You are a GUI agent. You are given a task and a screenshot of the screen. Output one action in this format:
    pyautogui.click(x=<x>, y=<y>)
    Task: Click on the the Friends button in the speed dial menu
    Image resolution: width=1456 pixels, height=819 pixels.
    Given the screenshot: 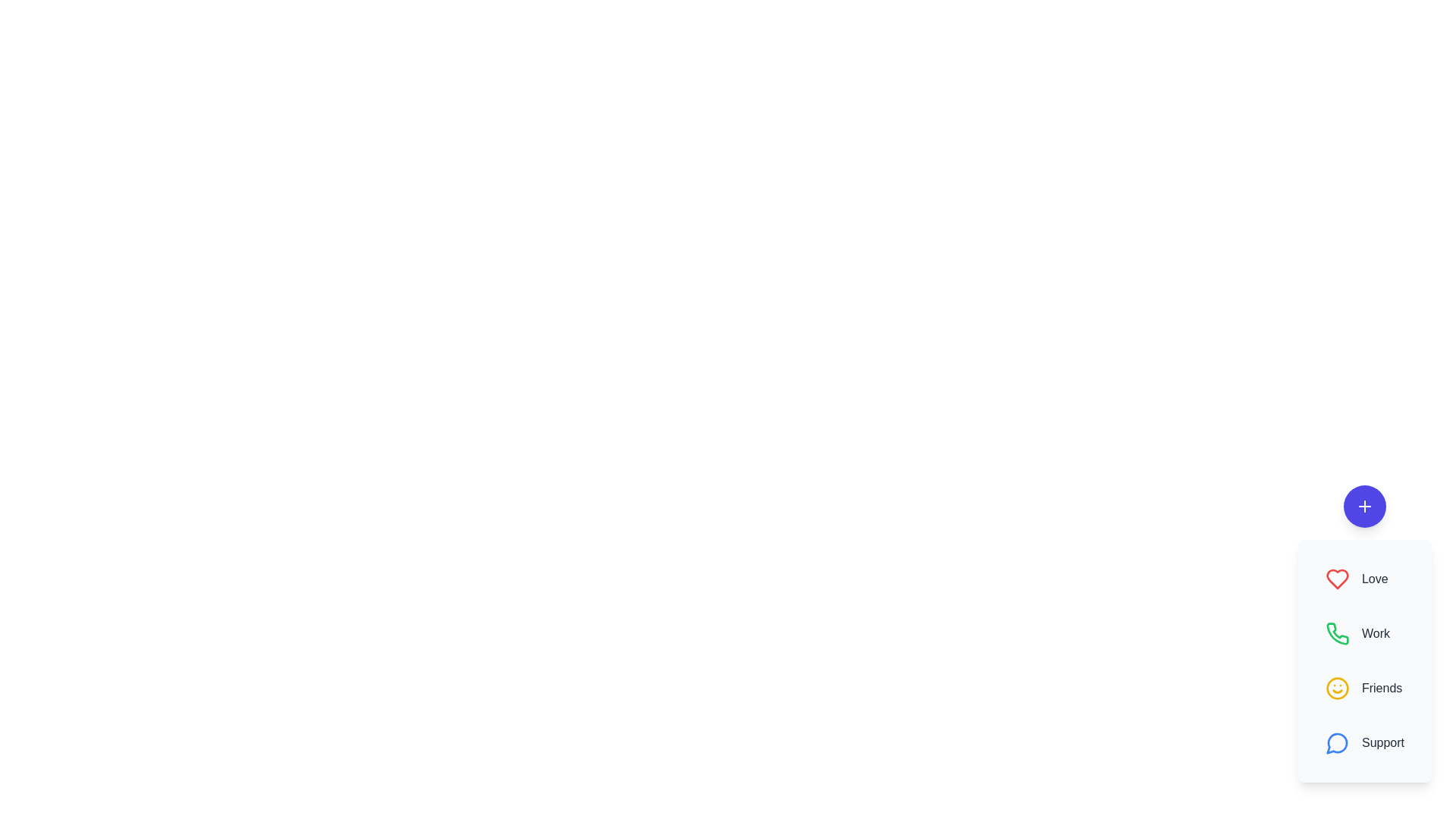 What is the action you would take?
    pyautogui.click(x=1365, y=688)
    